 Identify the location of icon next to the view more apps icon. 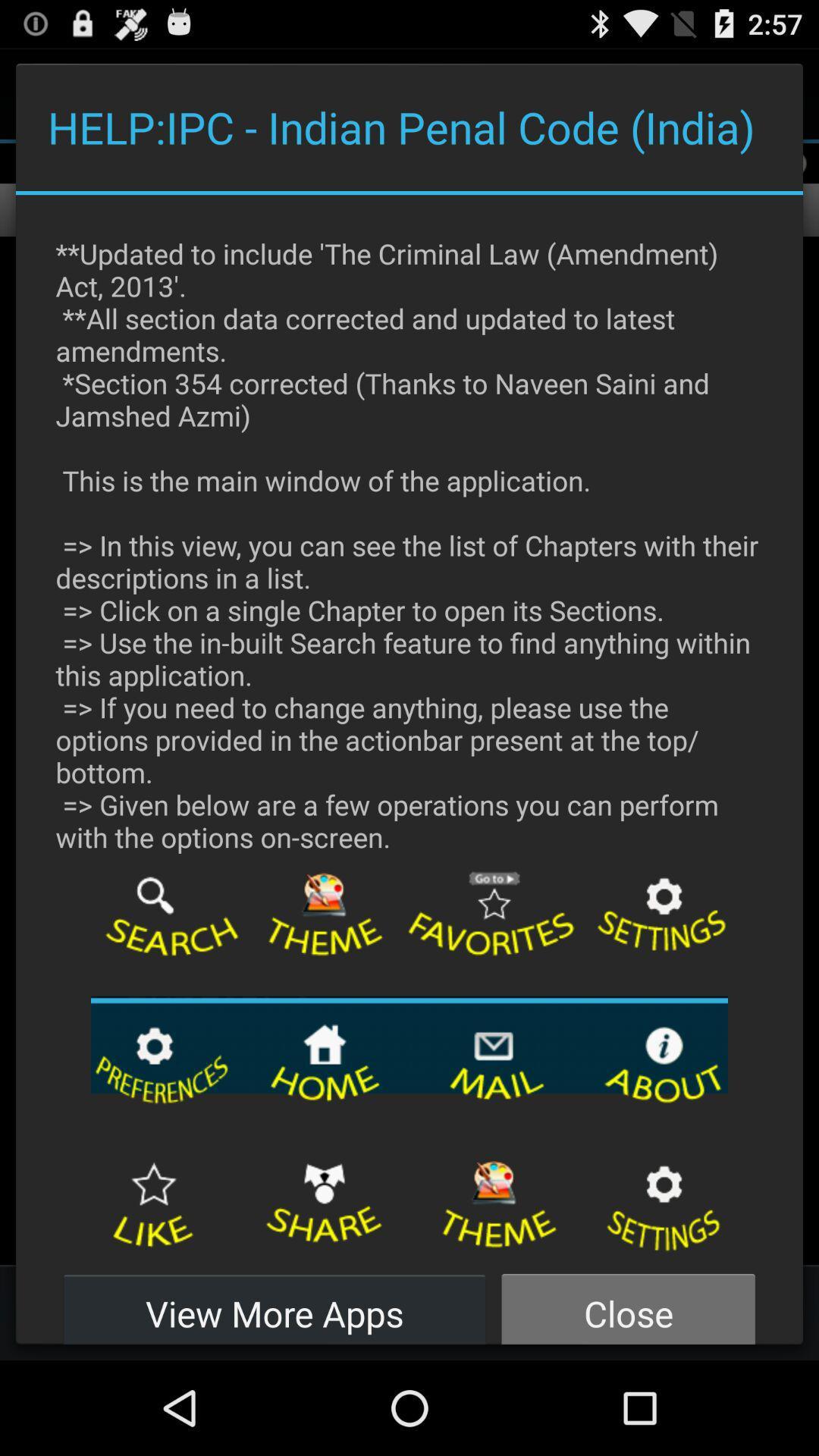
(628, 1304).